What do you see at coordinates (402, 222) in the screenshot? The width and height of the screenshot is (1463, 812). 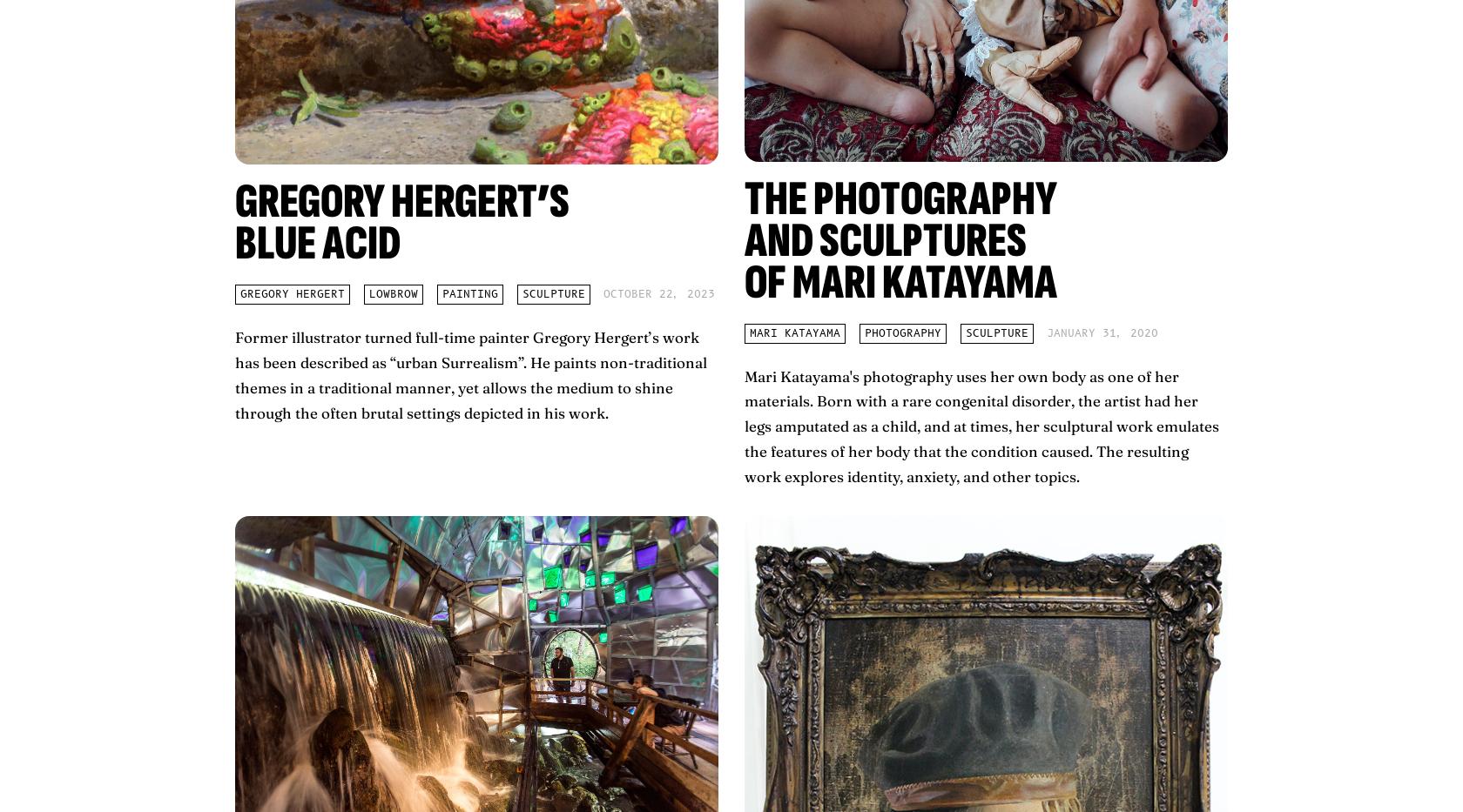 I see `'Gregory Hergert’s Blue Acid'` at bounding box center [402, 222].